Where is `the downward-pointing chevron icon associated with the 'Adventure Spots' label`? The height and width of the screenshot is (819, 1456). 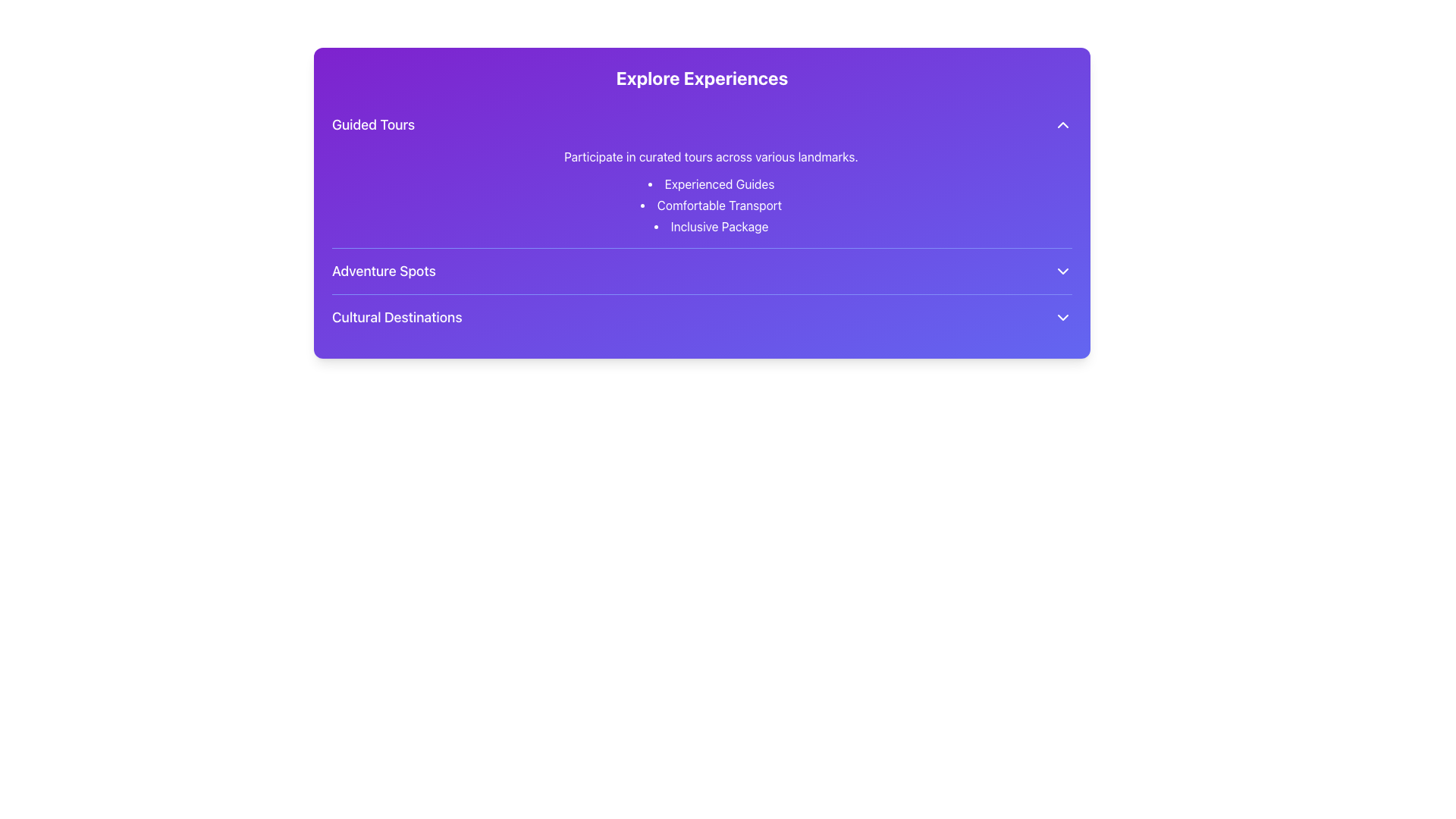 the downward-pointing chevron icon associated with the 'Adventure Spots' label is located at coordinates (1062, 271).